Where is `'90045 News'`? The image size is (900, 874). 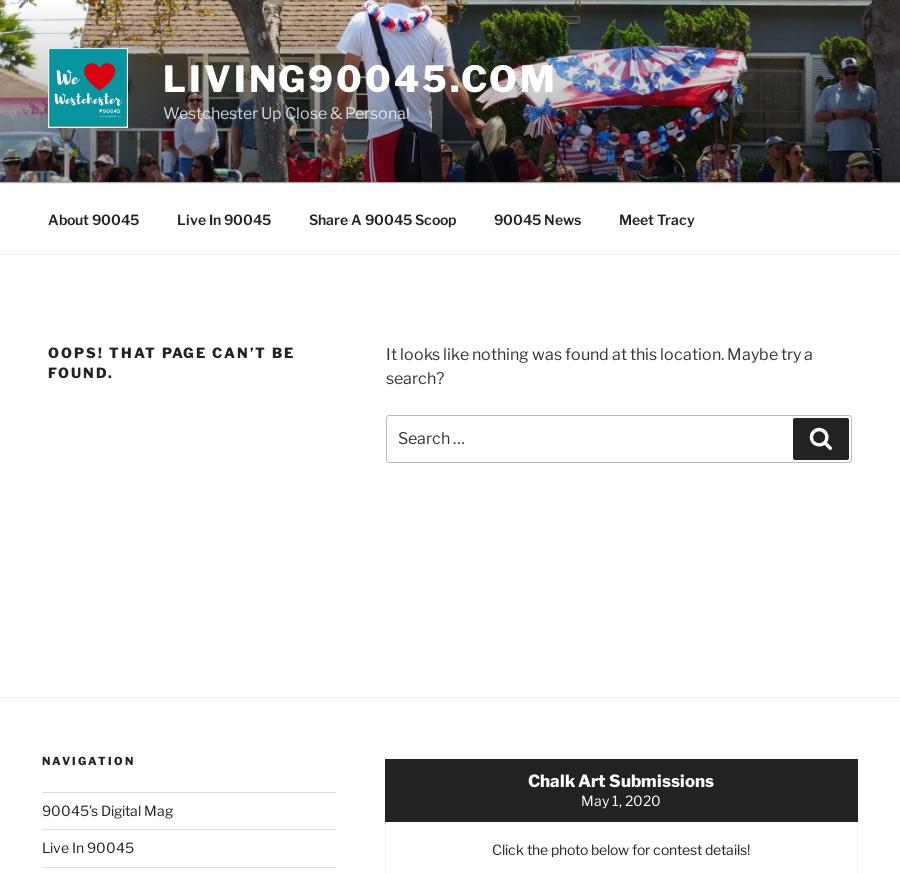
'90045 News' is located at coordinates (535, 217).